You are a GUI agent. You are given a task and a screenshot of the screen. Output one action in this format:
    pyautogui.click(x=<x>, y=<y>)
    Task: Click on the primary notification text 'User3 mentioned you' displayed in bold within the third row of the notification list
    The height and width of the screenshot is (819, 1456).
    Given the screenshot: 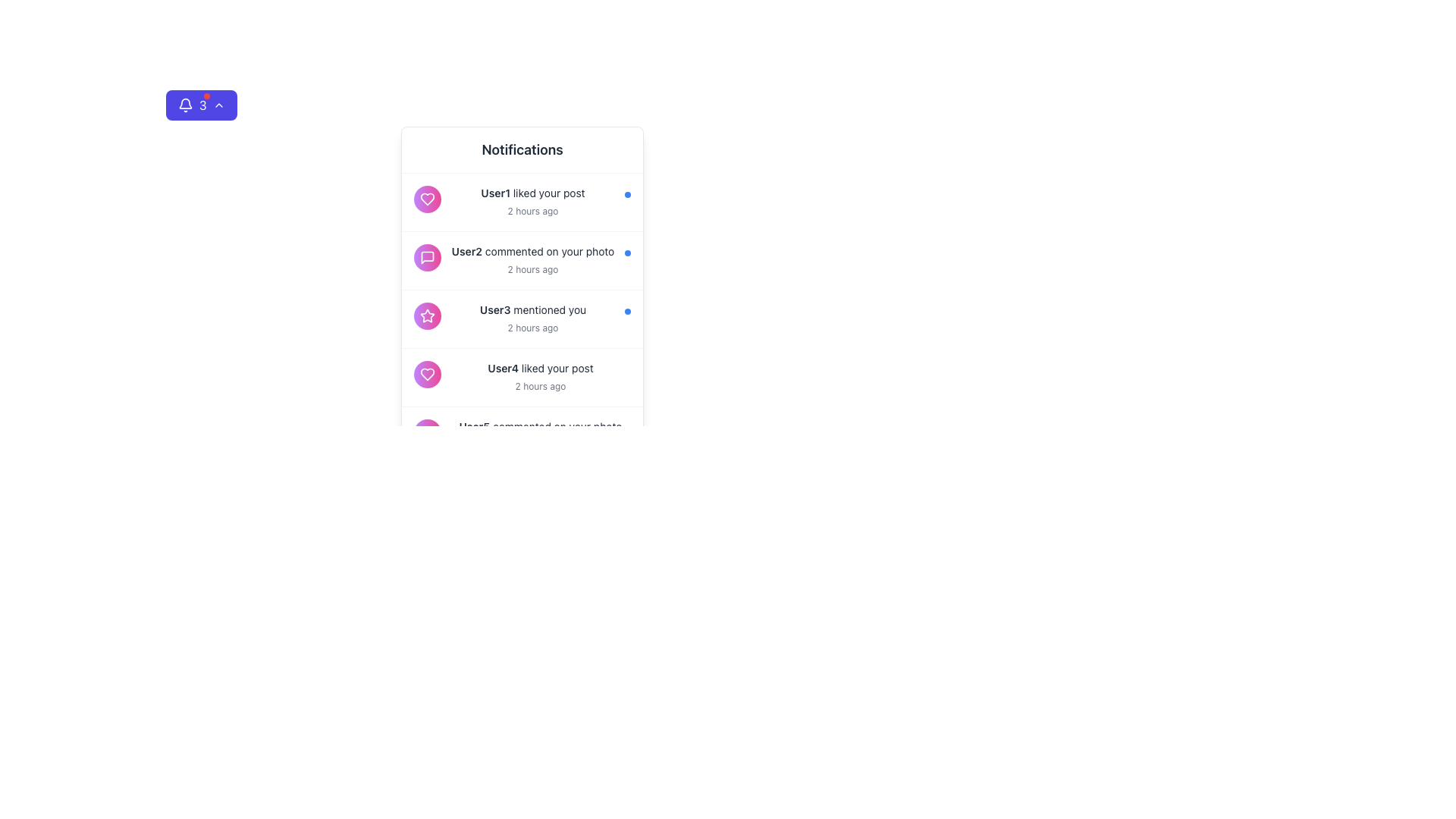 What is the action you would take?
    pyautogui.click(x=532, y=309)
    